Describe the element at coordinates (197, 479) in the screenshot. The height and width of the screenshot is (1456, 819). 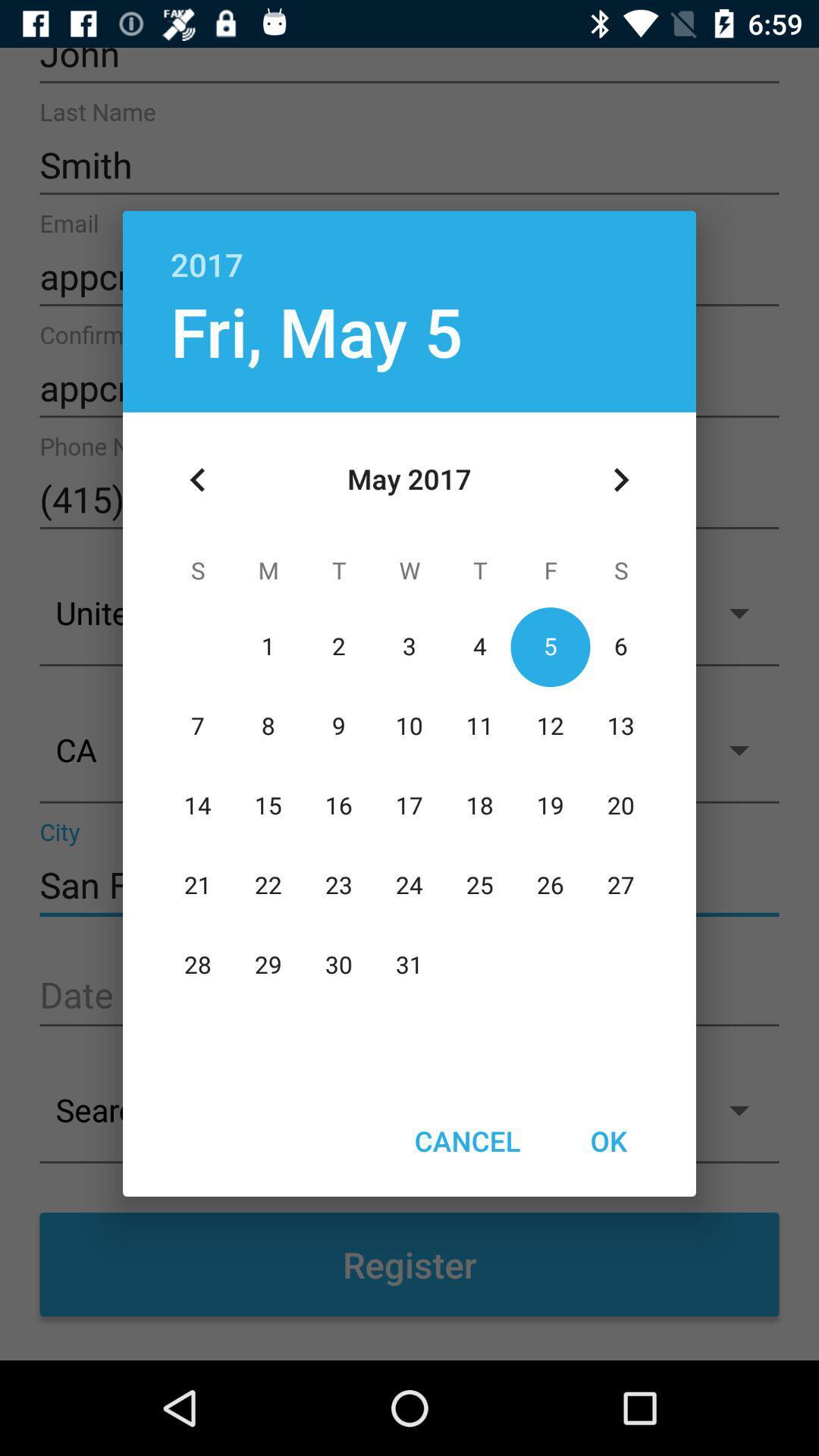
I see `item at the top left corner` at that location.